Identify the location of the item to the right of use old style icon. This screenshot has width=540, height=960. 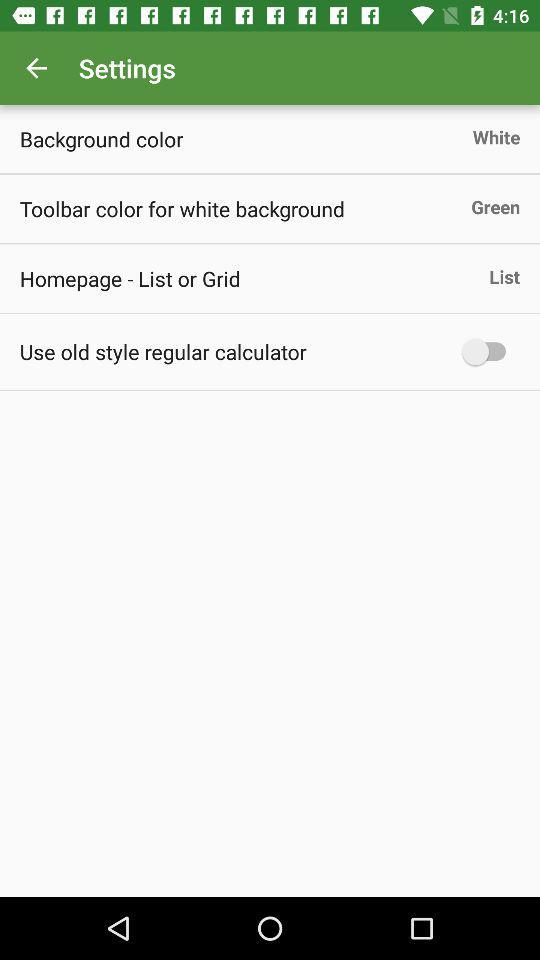
(488, 351).